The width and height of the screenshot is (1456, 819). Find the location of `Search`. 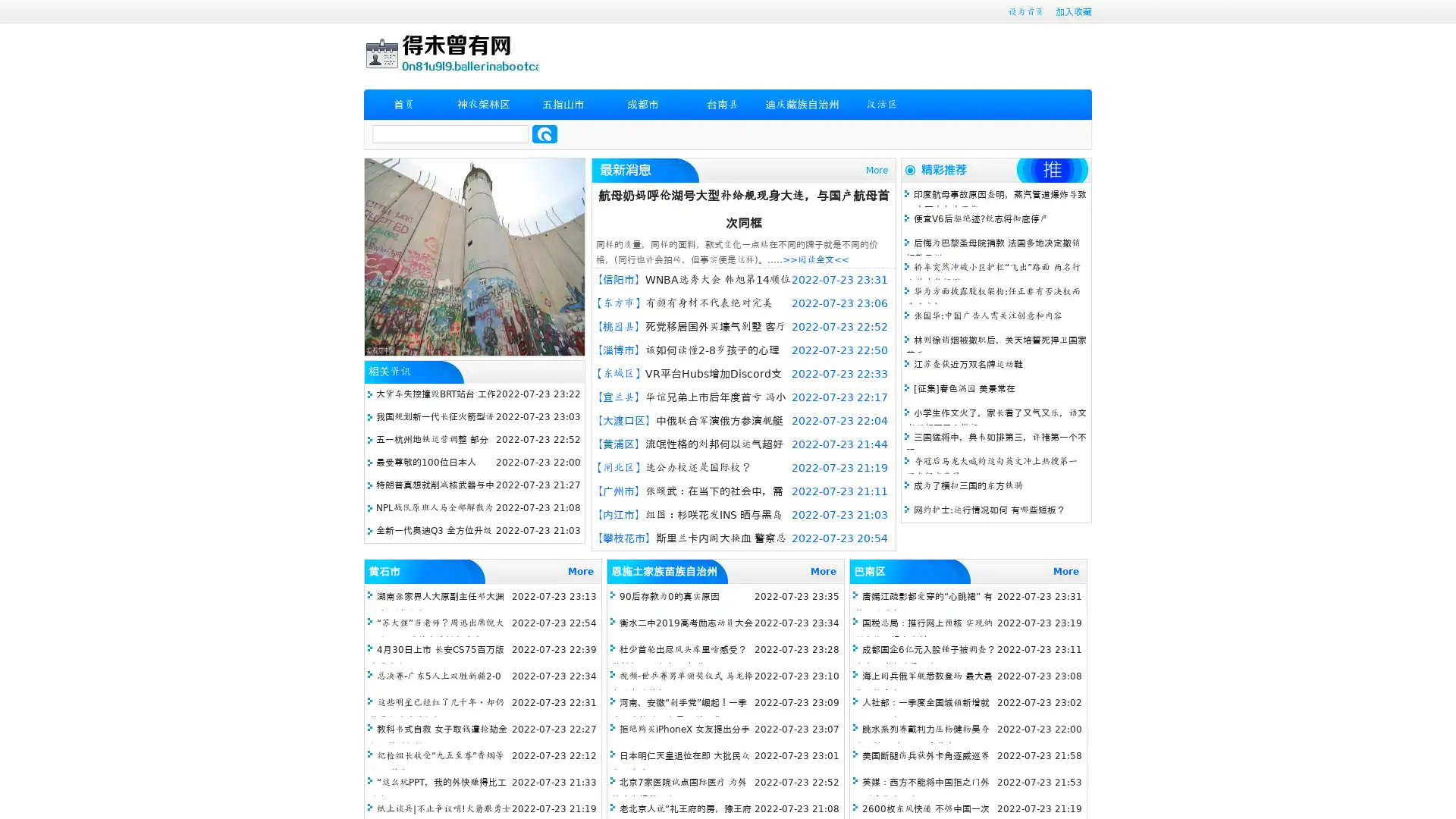

Search is located at coordinates (544, 133).